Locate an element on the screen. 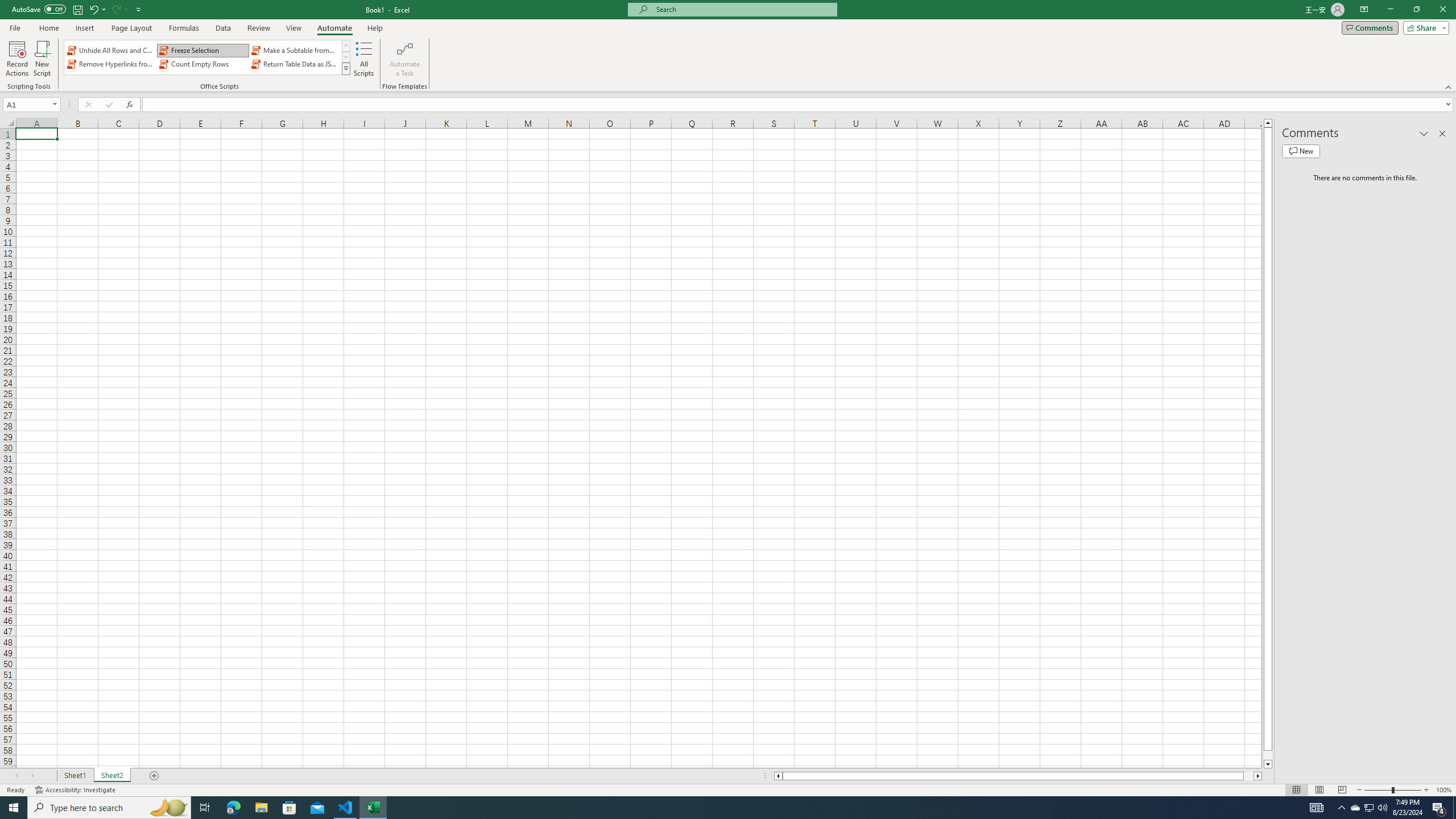 The height and width of the screenshot is (819, 1456). 'AutomationID: OfficeScriptsGallery' is located at coordinates (206, 57).